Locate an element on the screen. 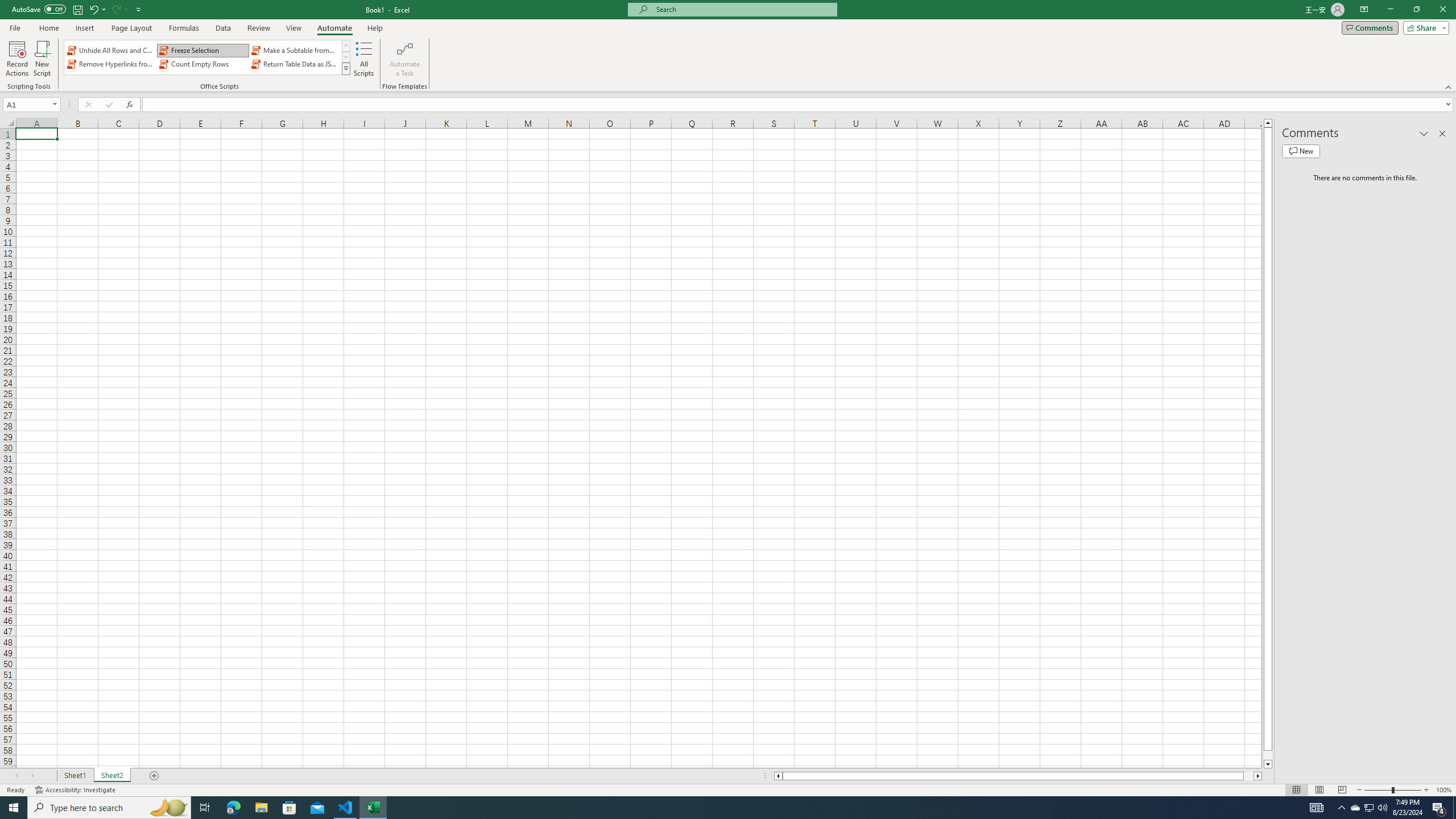 The height and width of the screenshot is (819, 1456). 'AutomationID: OfficeScriptsGallery' is located at coordinates (206, 57).